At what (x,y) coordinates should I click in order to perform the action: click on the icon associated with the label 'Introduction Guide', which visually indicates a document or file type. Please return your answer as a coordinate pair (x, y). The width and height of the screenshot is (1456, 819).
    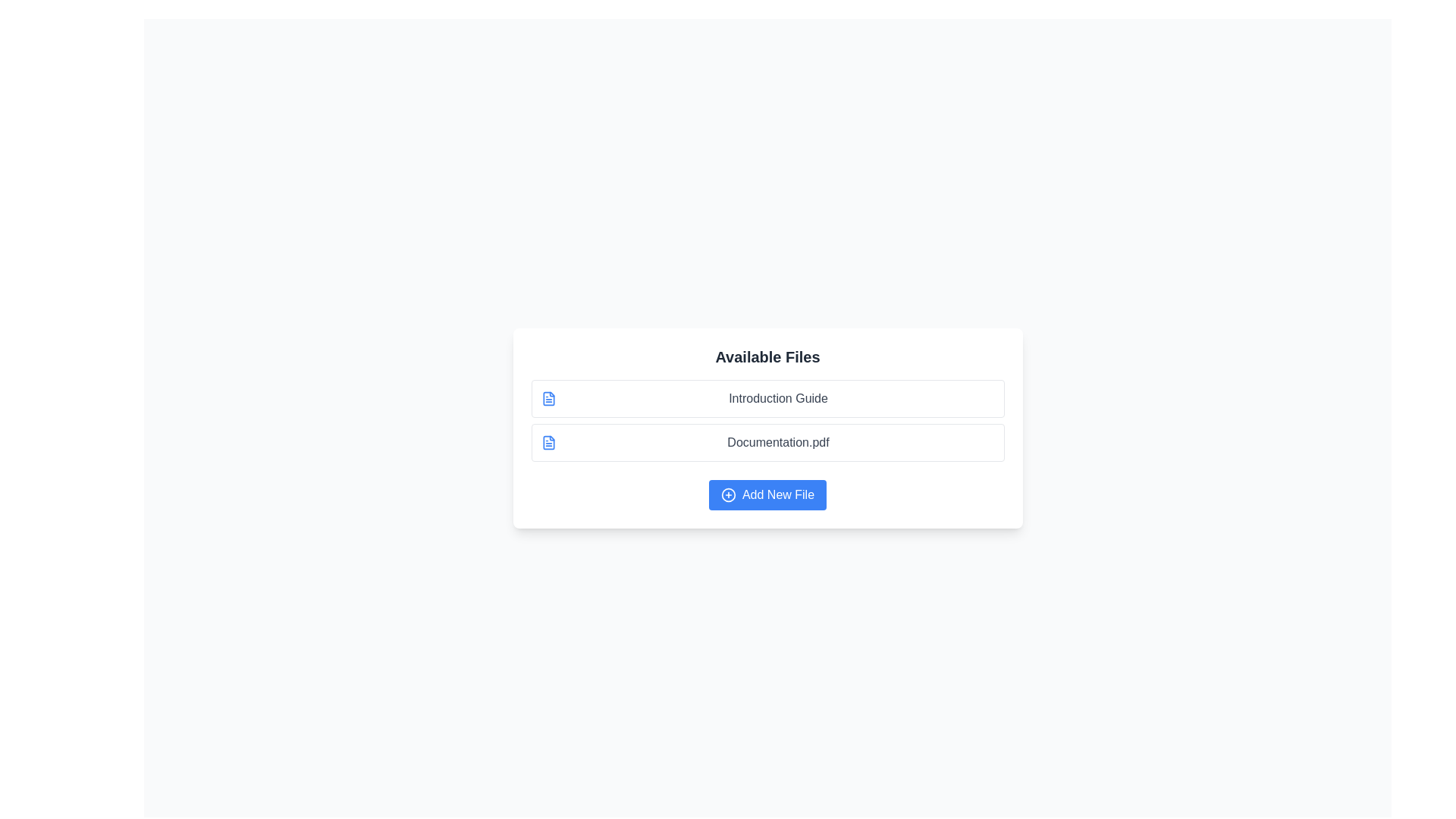
    Looking at the image, I should click on (548, 397).